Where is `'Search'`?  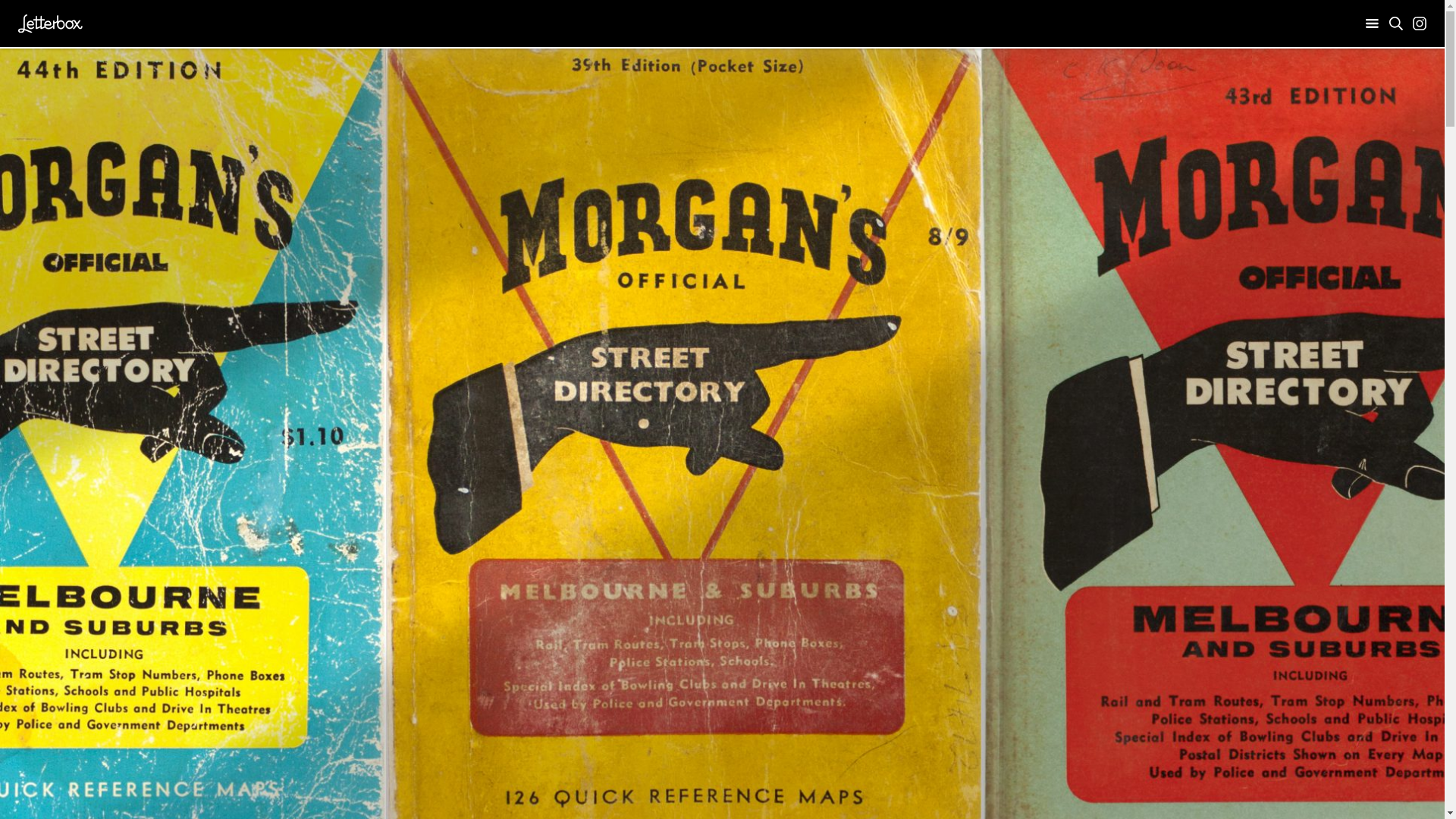
'Search' is located at coordinates (1395, 23).